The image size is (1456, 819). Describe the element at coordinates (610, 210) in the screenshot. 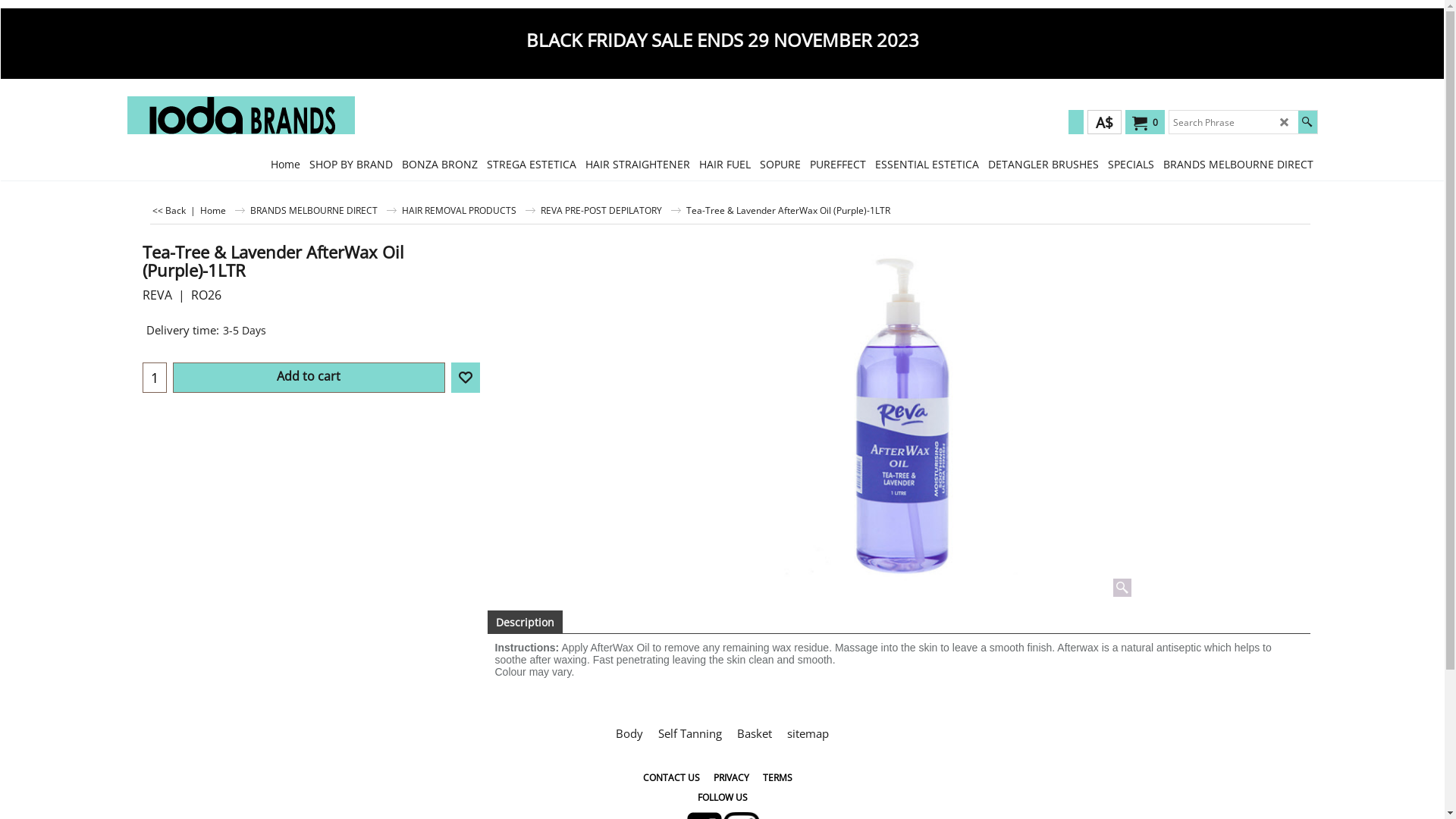

I see `'REVA PRE-POST DEPILATORY'` at that location.